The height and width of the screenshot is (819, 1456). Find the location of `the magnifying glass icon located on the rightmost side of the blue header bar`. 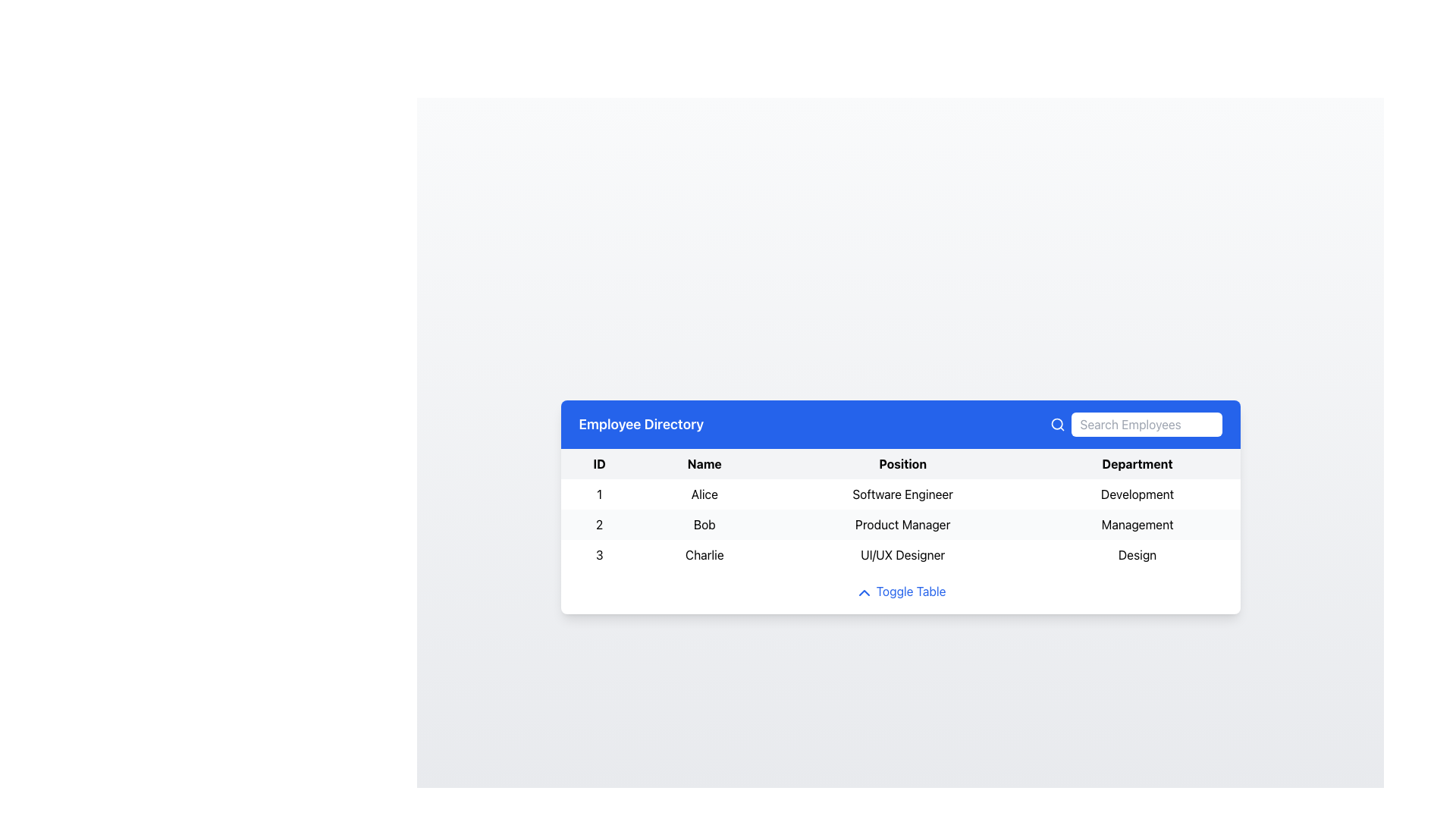

the magnifying glass icon located on the rightmost side of the blue header bar is located at coordinates (1056, 425).